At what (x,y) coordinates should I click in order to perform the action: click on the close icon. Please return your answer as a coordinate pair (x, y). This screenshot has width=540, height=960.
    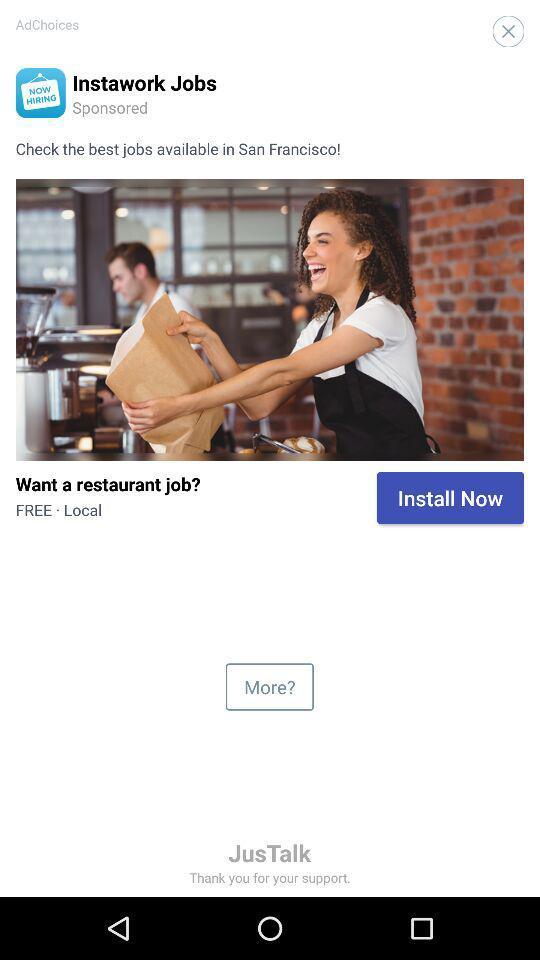
    Looking at the image, I should click on (508, 30).